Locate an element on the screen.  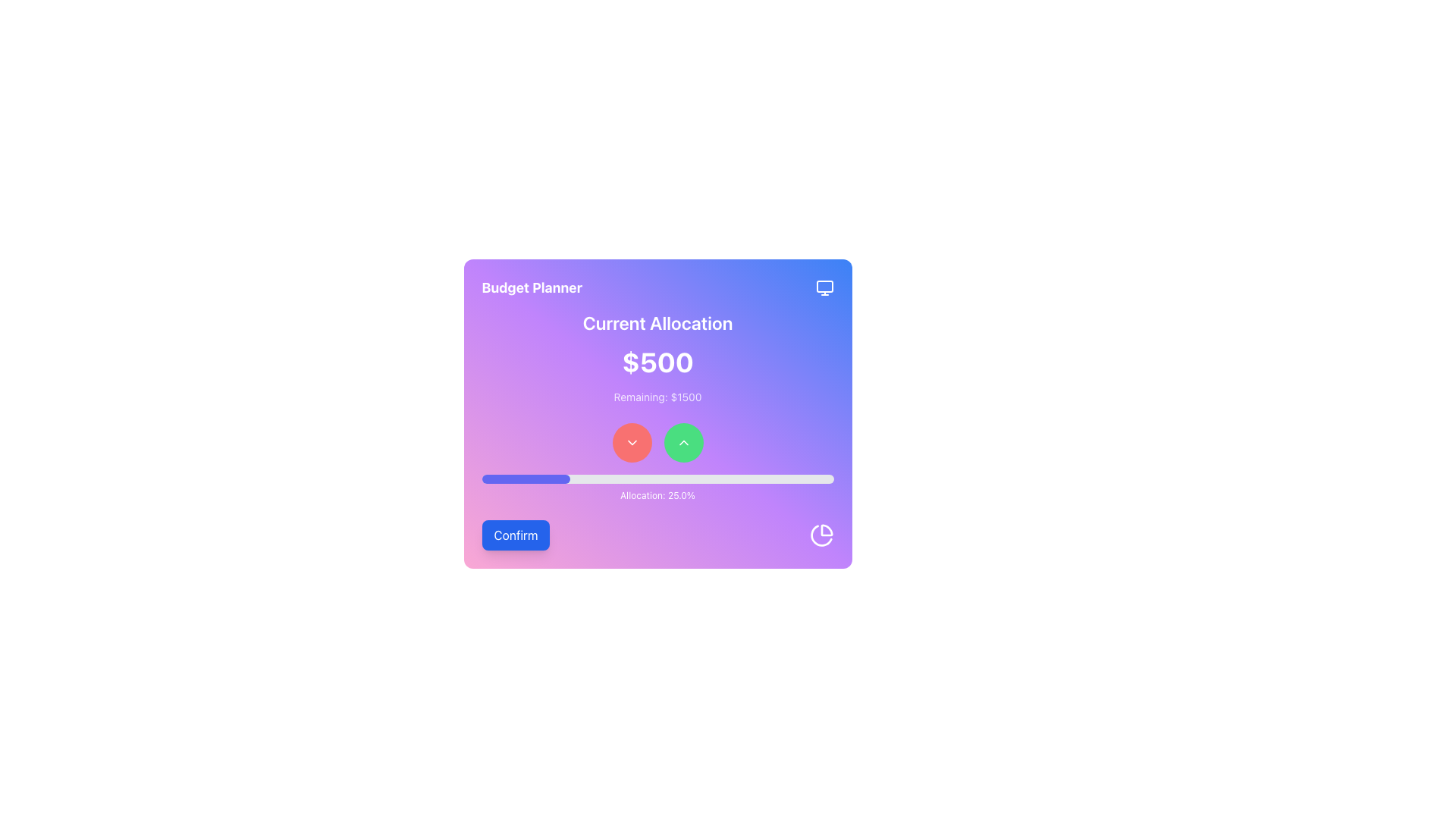
the budget value label that indicates the current allocated budget value, positioned between the 'Current Allocation' label above and the 'Remaining: $1500' text below is located at coordinates (657, 362).